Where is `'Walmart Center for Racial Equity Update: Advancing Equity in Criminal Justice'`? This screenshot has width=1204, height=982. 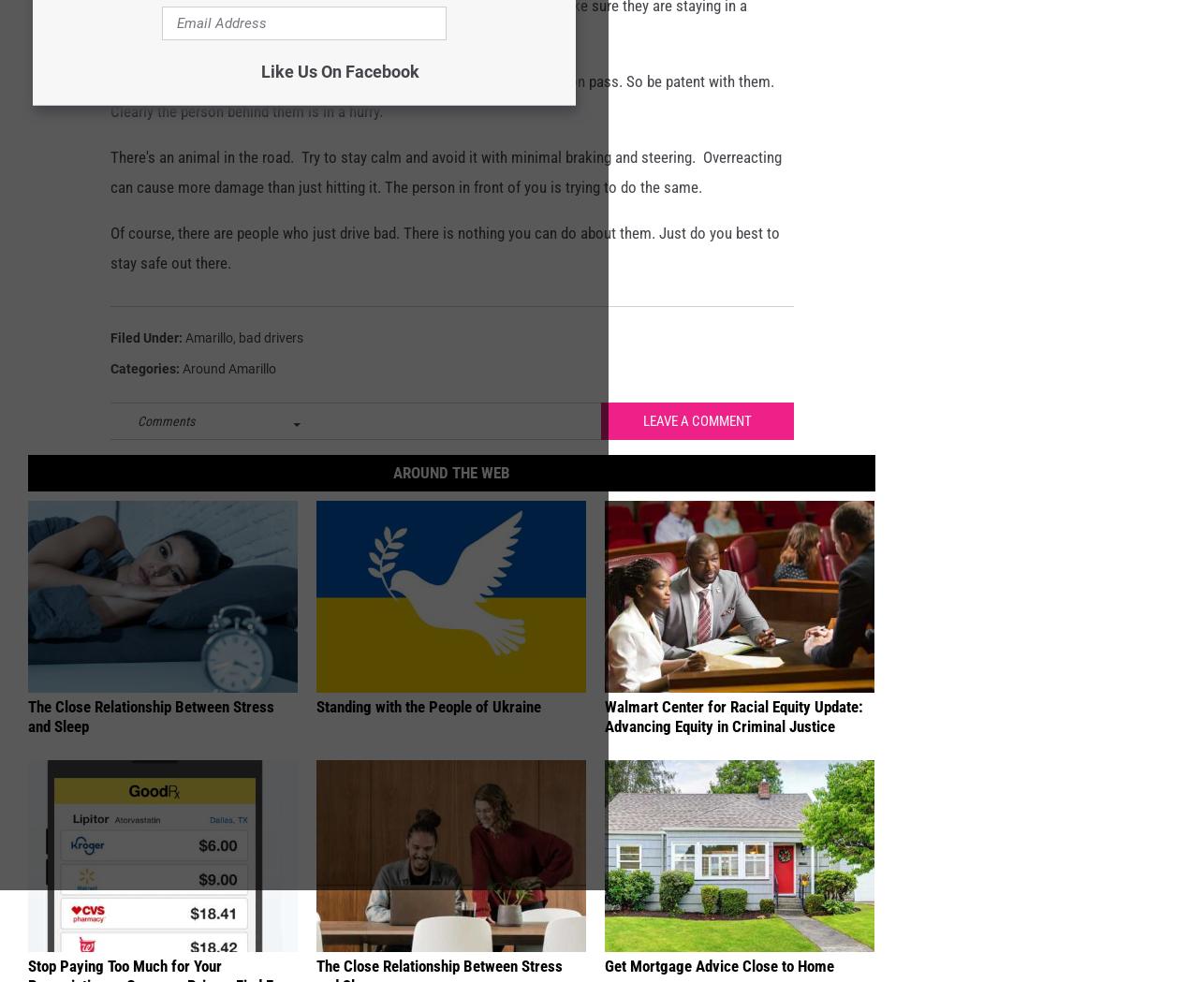
'Walmart Center for Racial Equity Update: Advancing Equity in Criminal Justice' is located at coordinates (733, 746).